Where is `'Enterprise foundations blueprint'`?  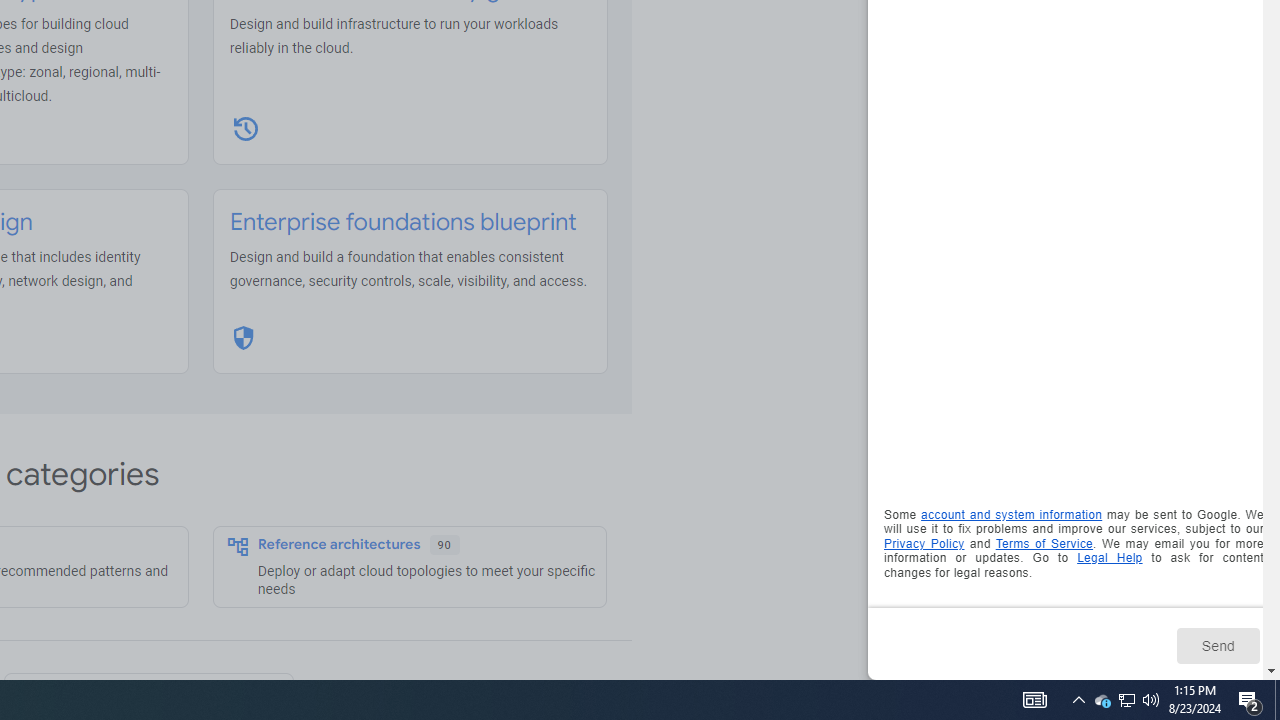
'Enterprise foundations blueprint' is located at coordinates (402, 222).